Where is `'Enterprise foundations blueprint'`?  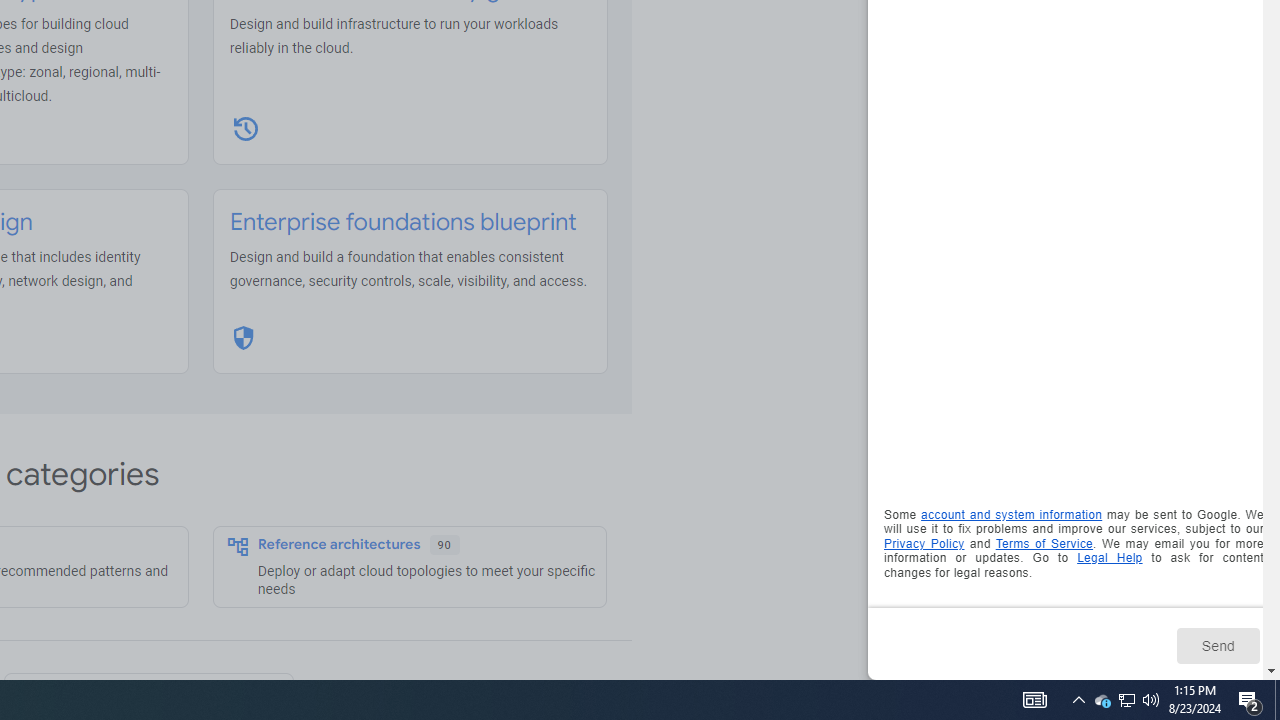
'Enterprise foundations blueprint' is located at coordinates (402, 222).